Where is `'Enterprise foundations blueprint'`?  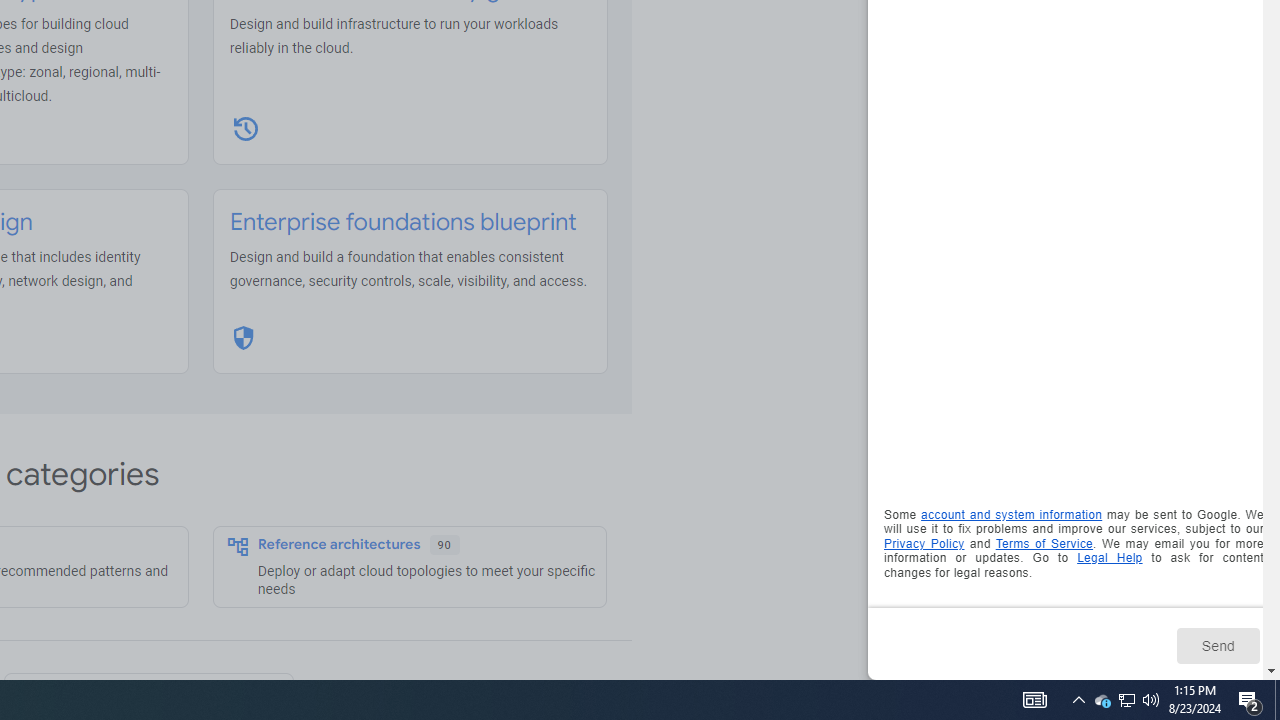
'Enterprise foundations blueprint' is located at coordinates (402, 222).